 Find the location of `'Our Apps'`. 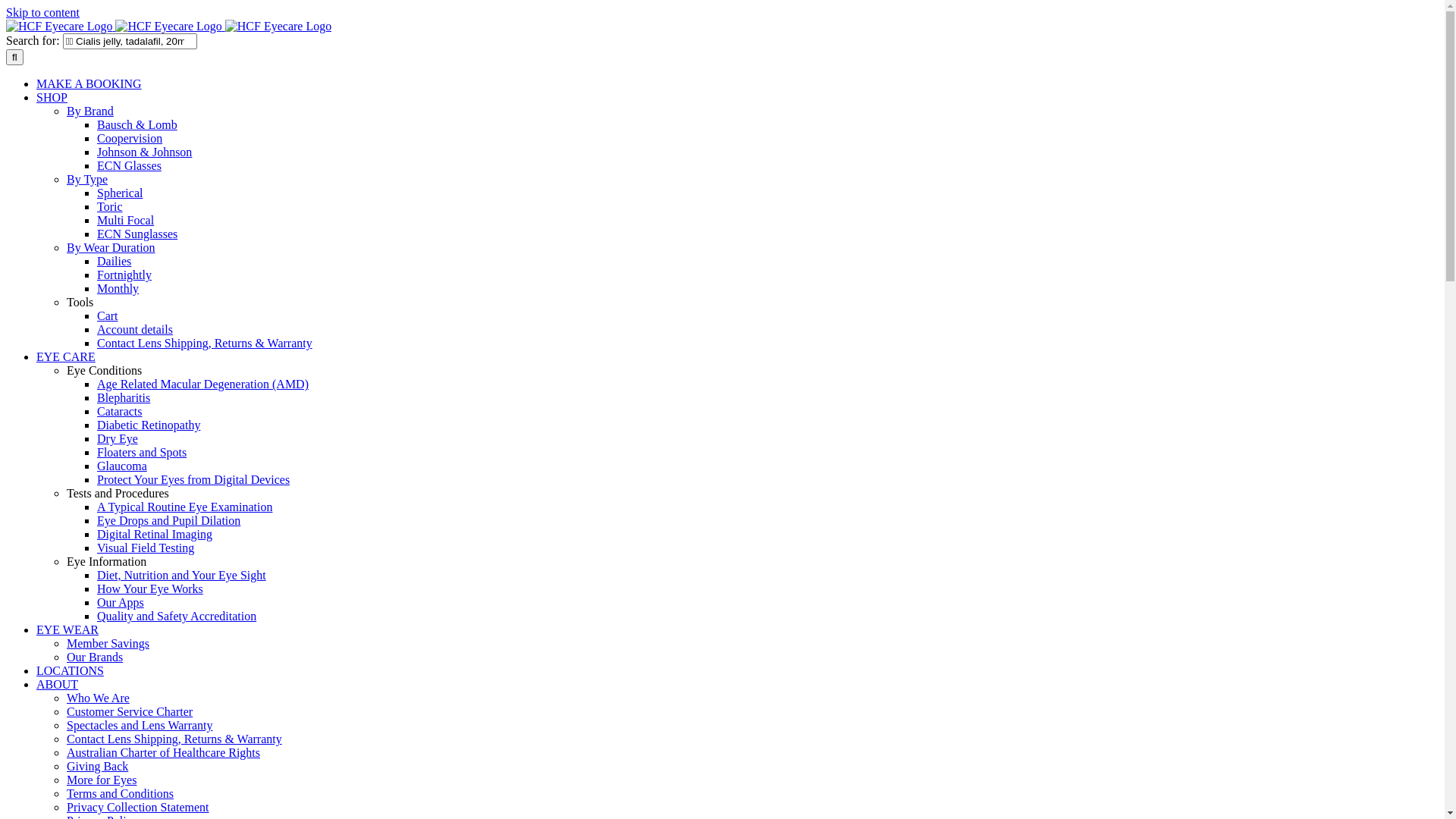

'Our Apps' is located at coordinates (119, 601).